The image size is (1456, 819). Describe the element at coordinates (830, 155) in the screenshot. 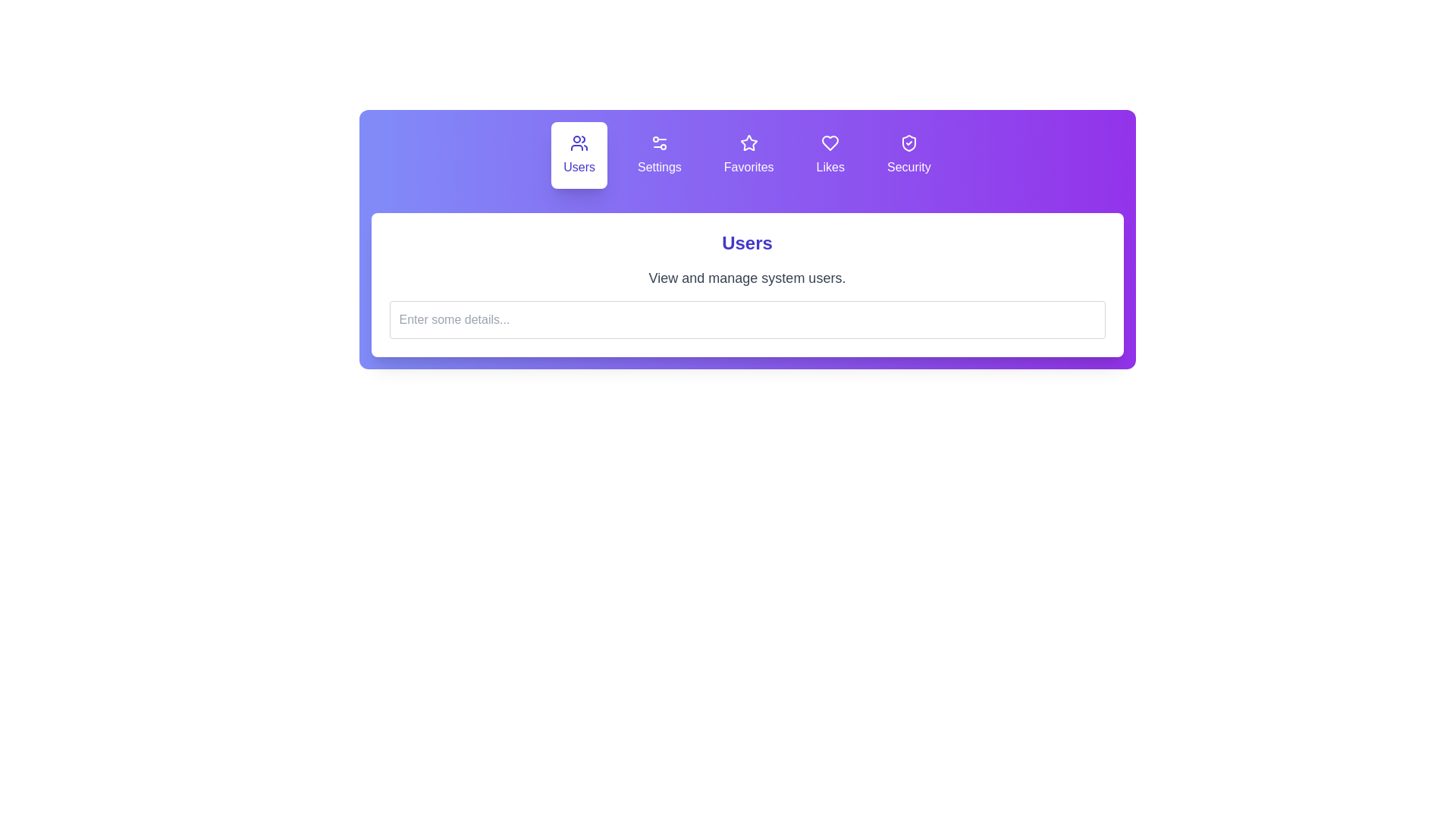

I see `the tab labeled Likes to read its description` at that location.